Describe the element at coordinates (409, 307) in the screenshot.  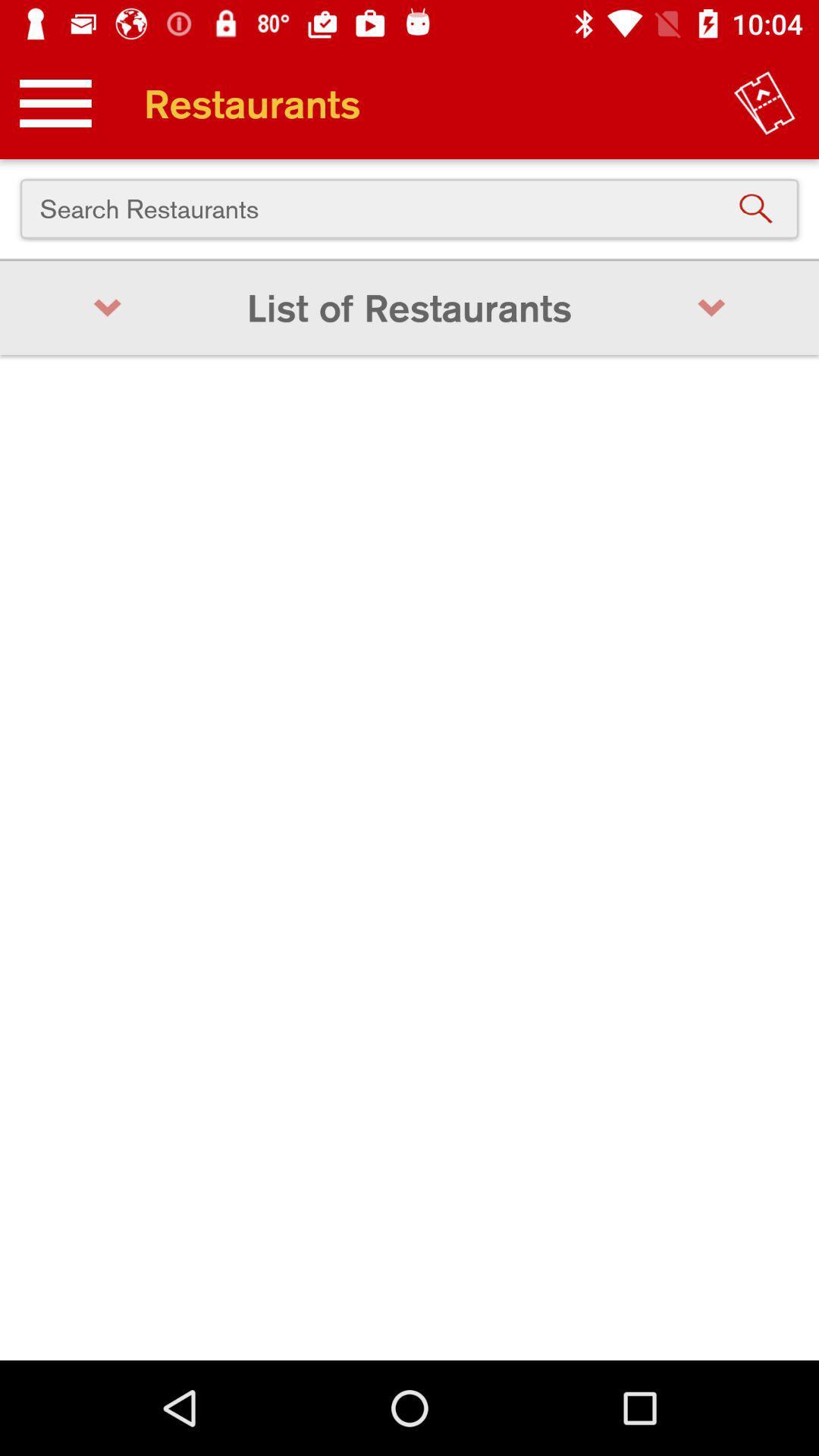
I see `list of restaurants item` at that location.